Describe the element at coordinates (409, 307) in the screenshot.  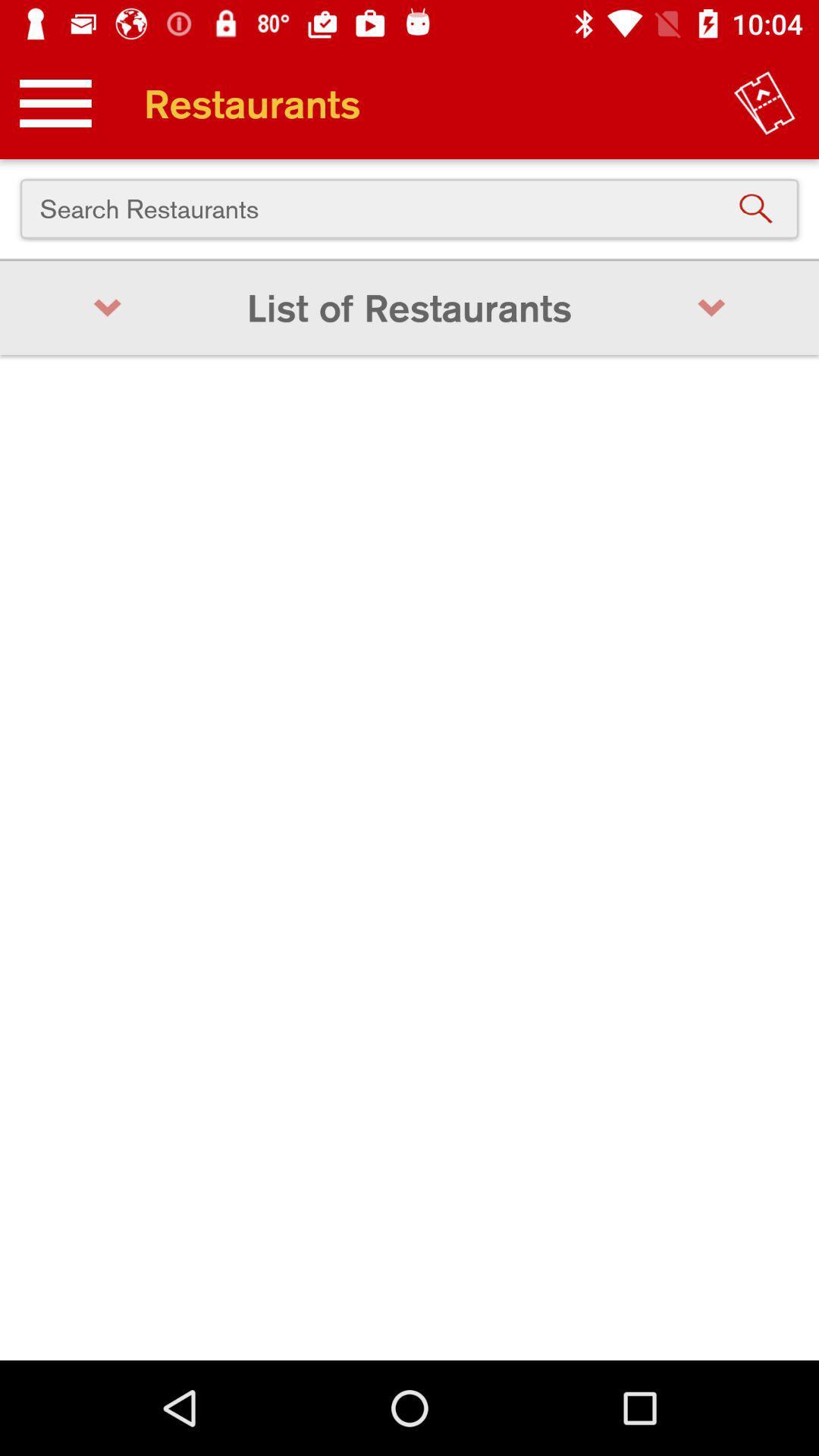
I see `list of restaurants item` at that location.